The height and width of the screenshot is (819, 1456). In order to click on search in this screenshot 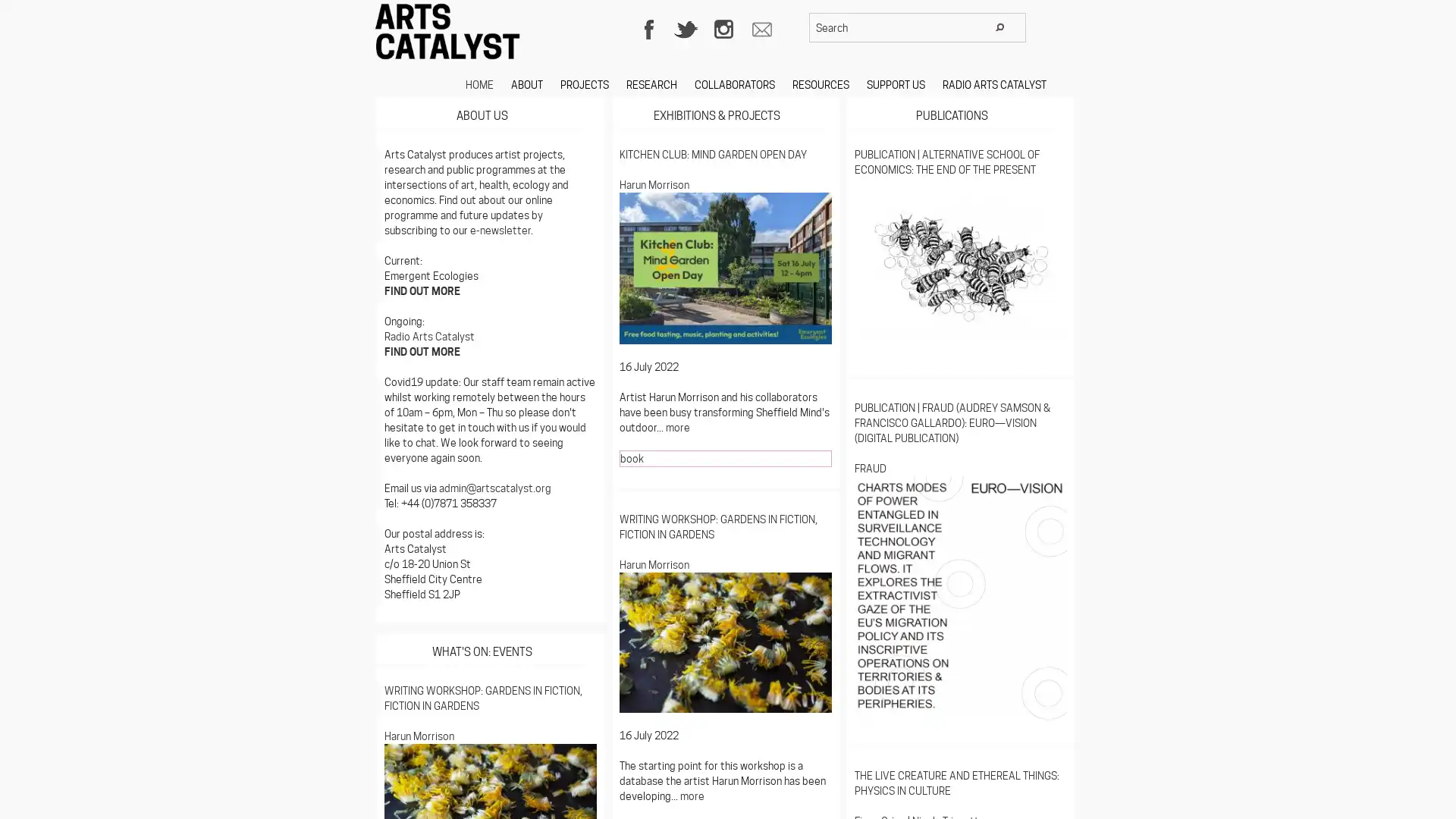, I will do `click(999, 27)`.